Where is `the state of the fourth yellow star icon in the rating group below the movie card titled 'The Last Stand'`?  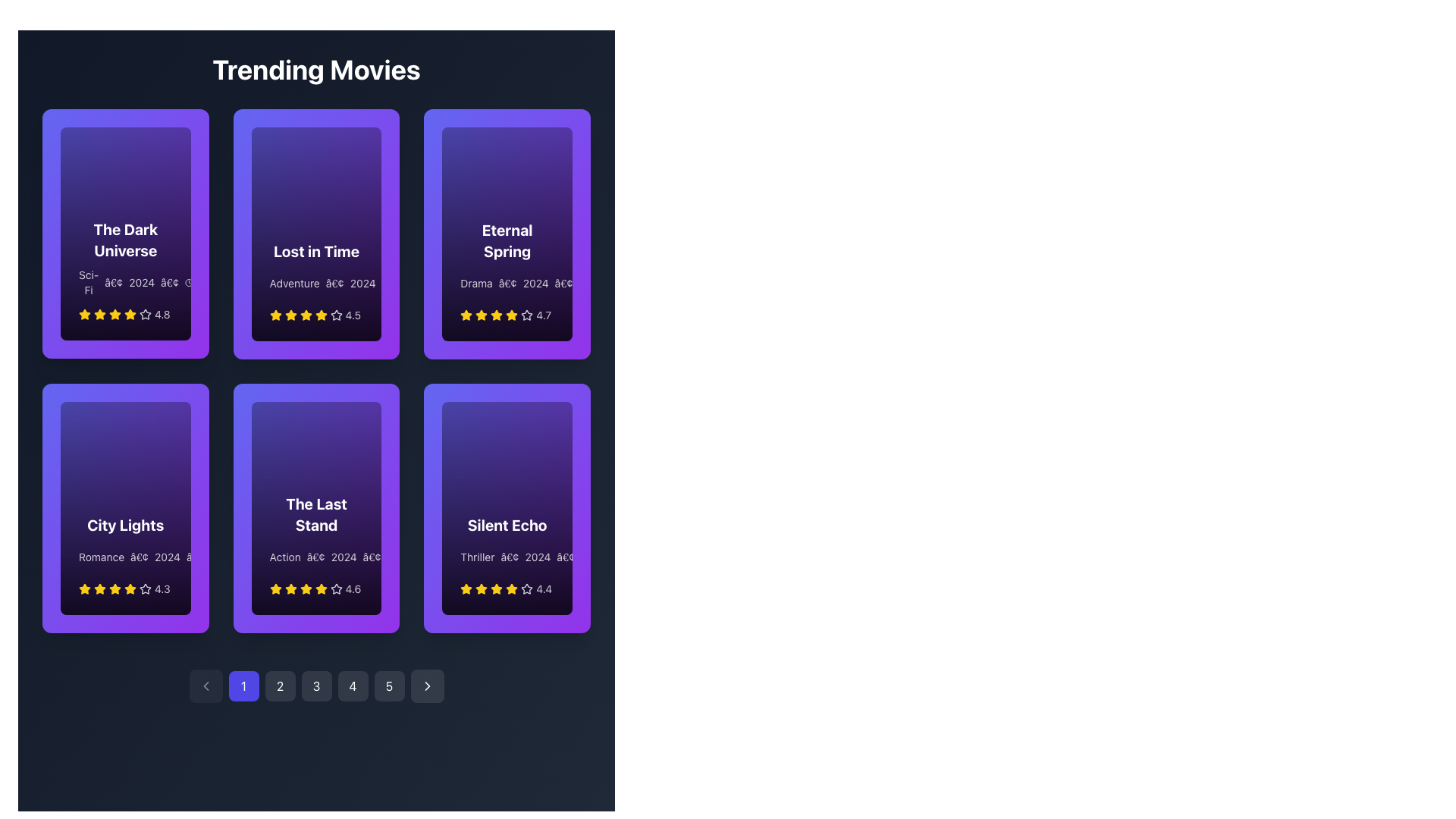 the state of the fourth yellow star icon in the rating group below the movie card titled 'The Last Stand' is located at coordinates (305, 588).